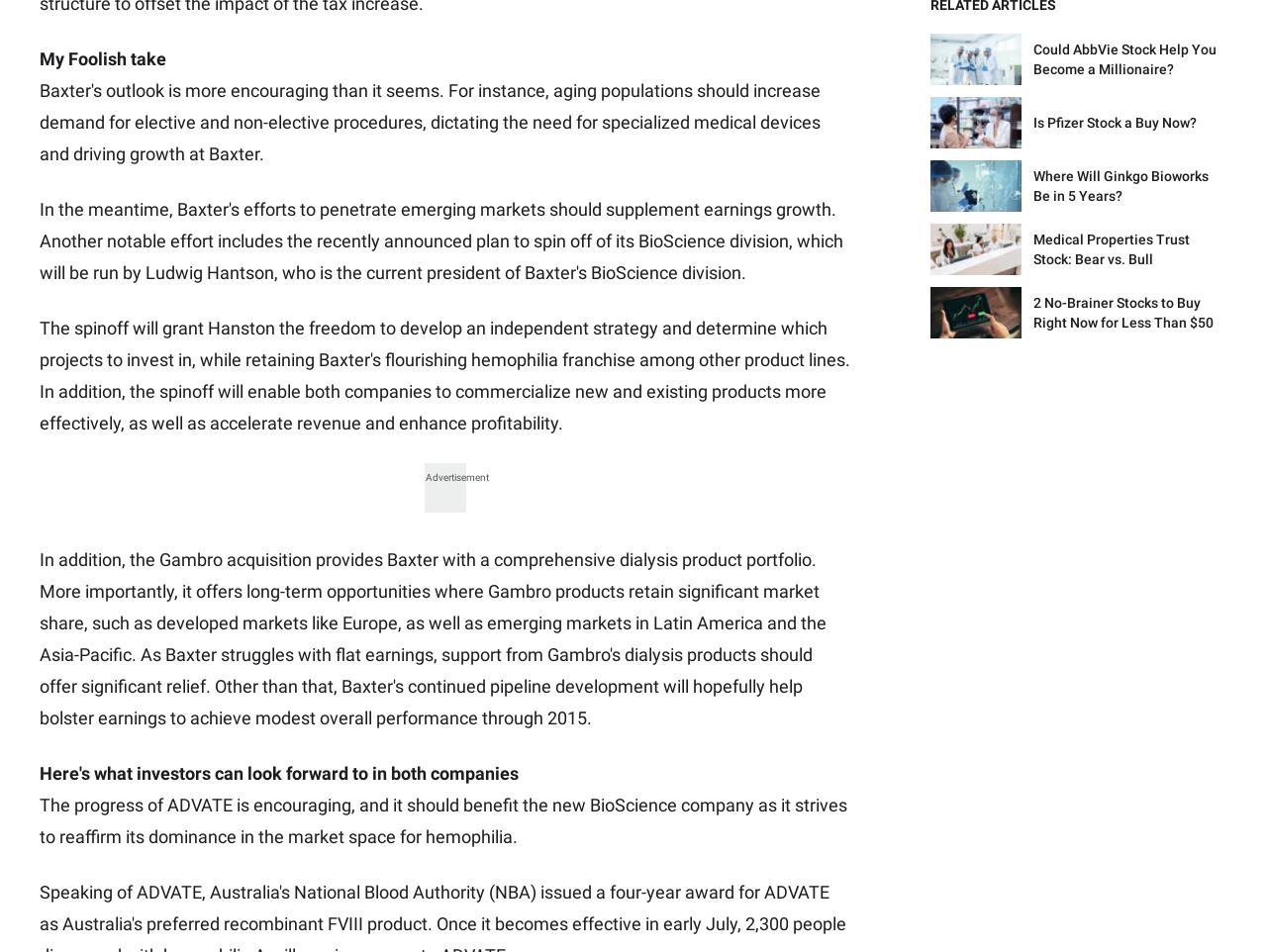 This screenshot has width=1267, height=952. What do you see at coordinates (535, 389) in the screenshot?
I see `'Rule Breakers'` at bounding box center [535, 389].